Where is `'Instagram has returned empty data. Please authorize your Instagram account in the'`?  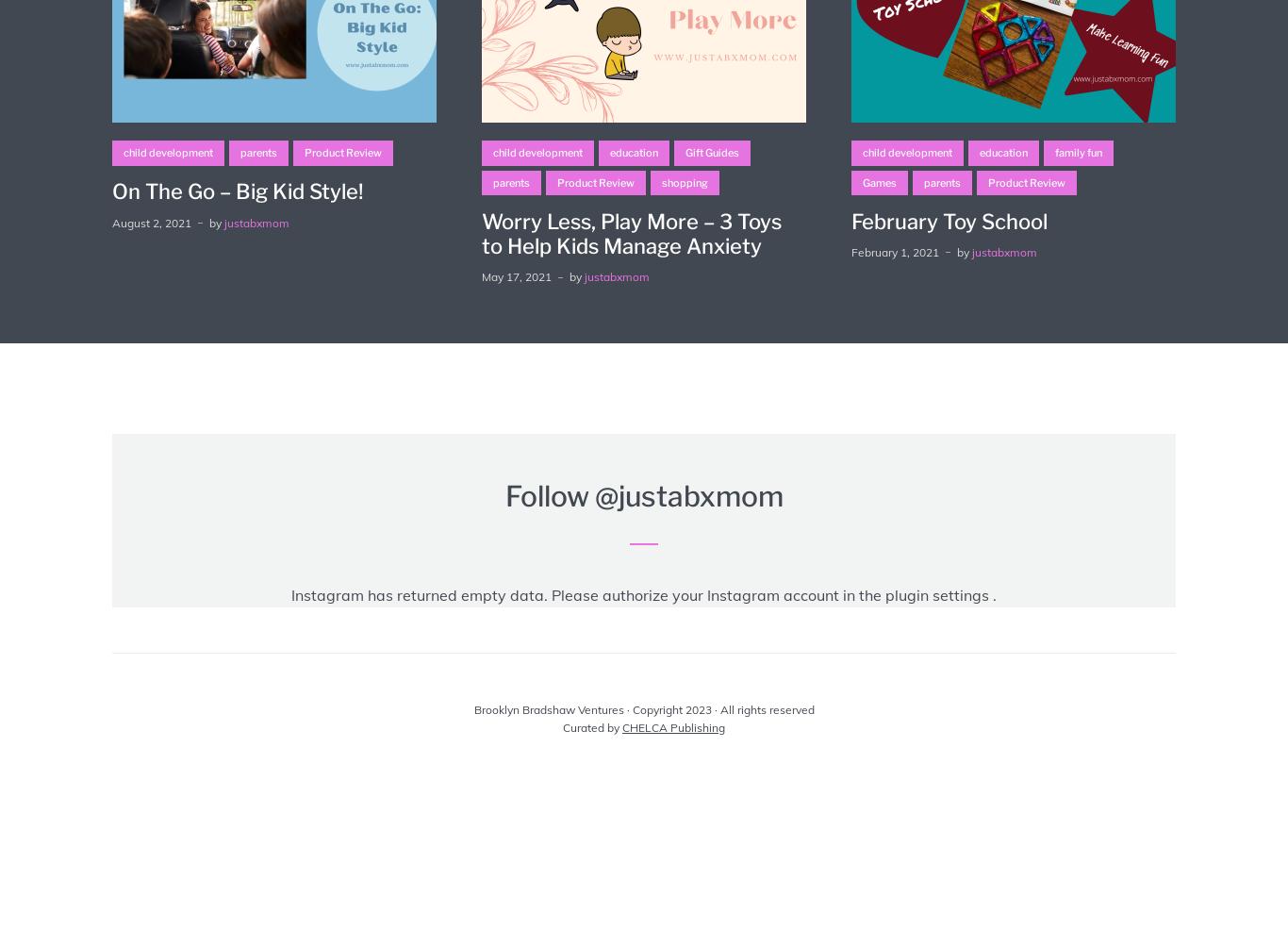 'Instagram has returned empty data. Please authorize your Instagram account in the' is located at coordinates (586, 593).